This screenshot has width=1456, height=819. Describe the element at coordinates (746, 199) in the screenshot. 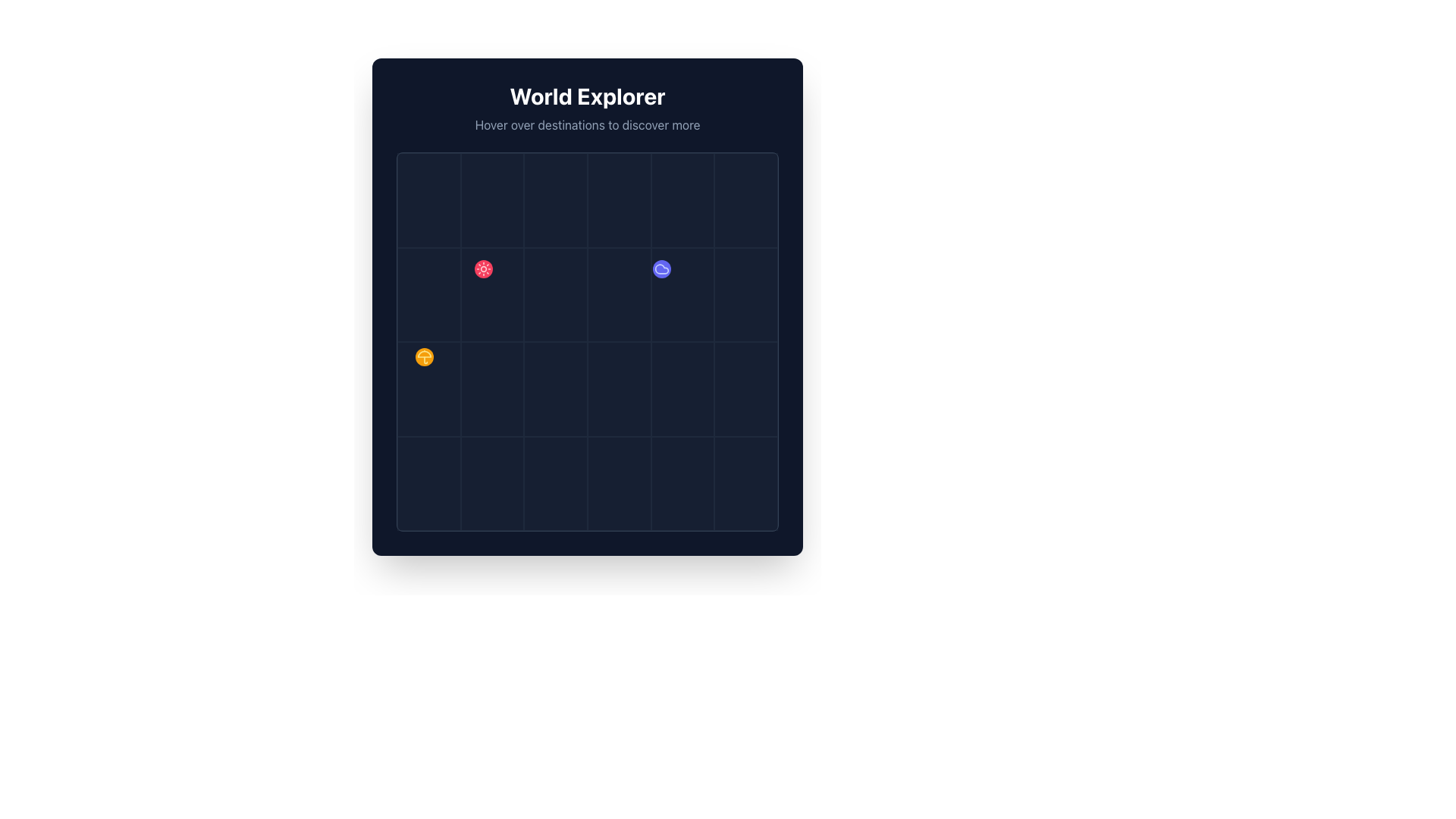

I see `the rectangular grid cell located in the top-right corner of the grid layout, which has a dark background and thin light borders` at that location.